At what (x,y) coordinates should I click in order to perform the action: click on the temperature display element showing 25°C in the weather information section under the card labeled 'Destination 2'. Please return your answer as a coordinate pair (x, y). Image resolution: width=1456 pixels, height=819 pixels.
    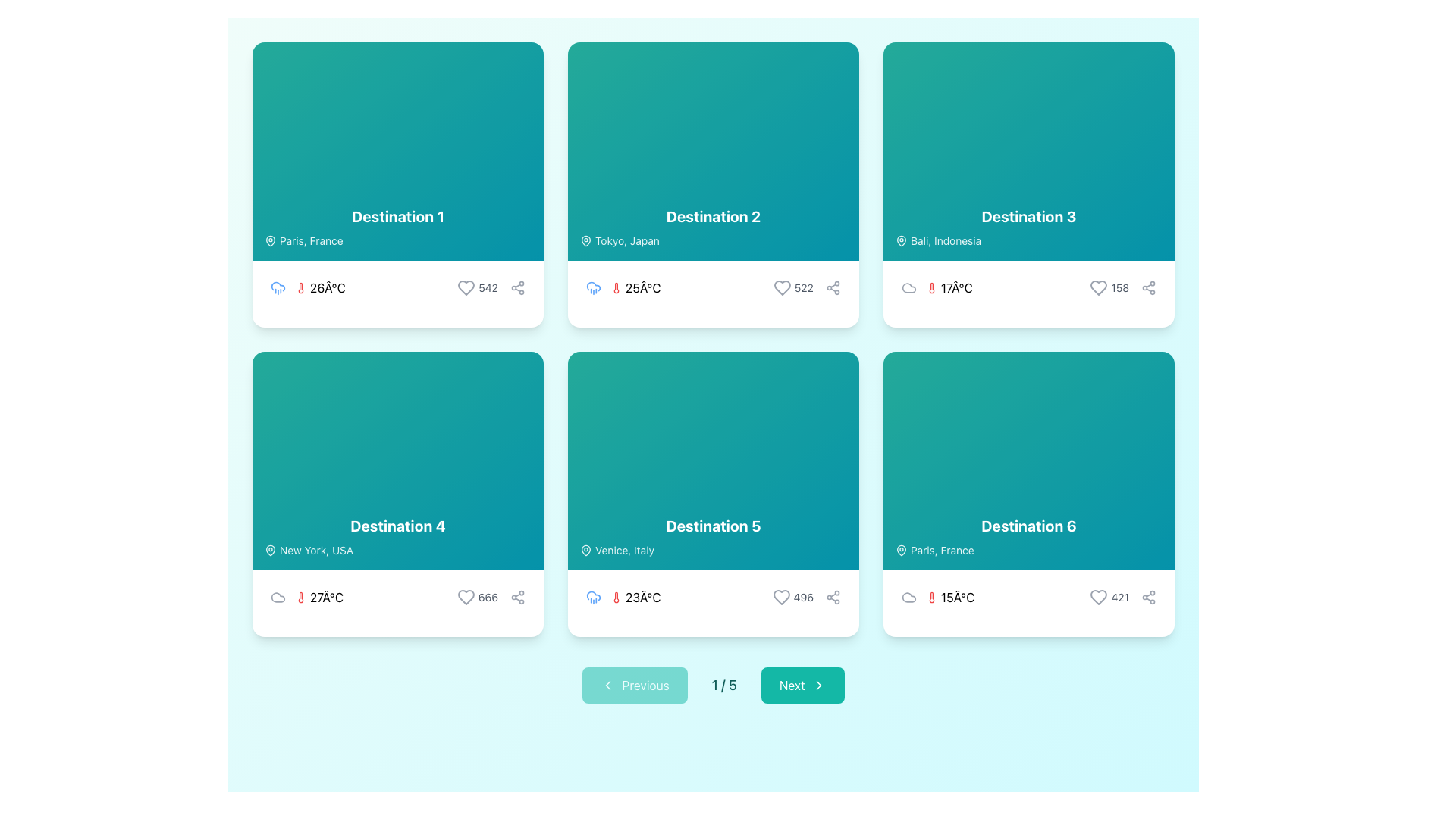
    Looking at the image, I should click on (635, 288).